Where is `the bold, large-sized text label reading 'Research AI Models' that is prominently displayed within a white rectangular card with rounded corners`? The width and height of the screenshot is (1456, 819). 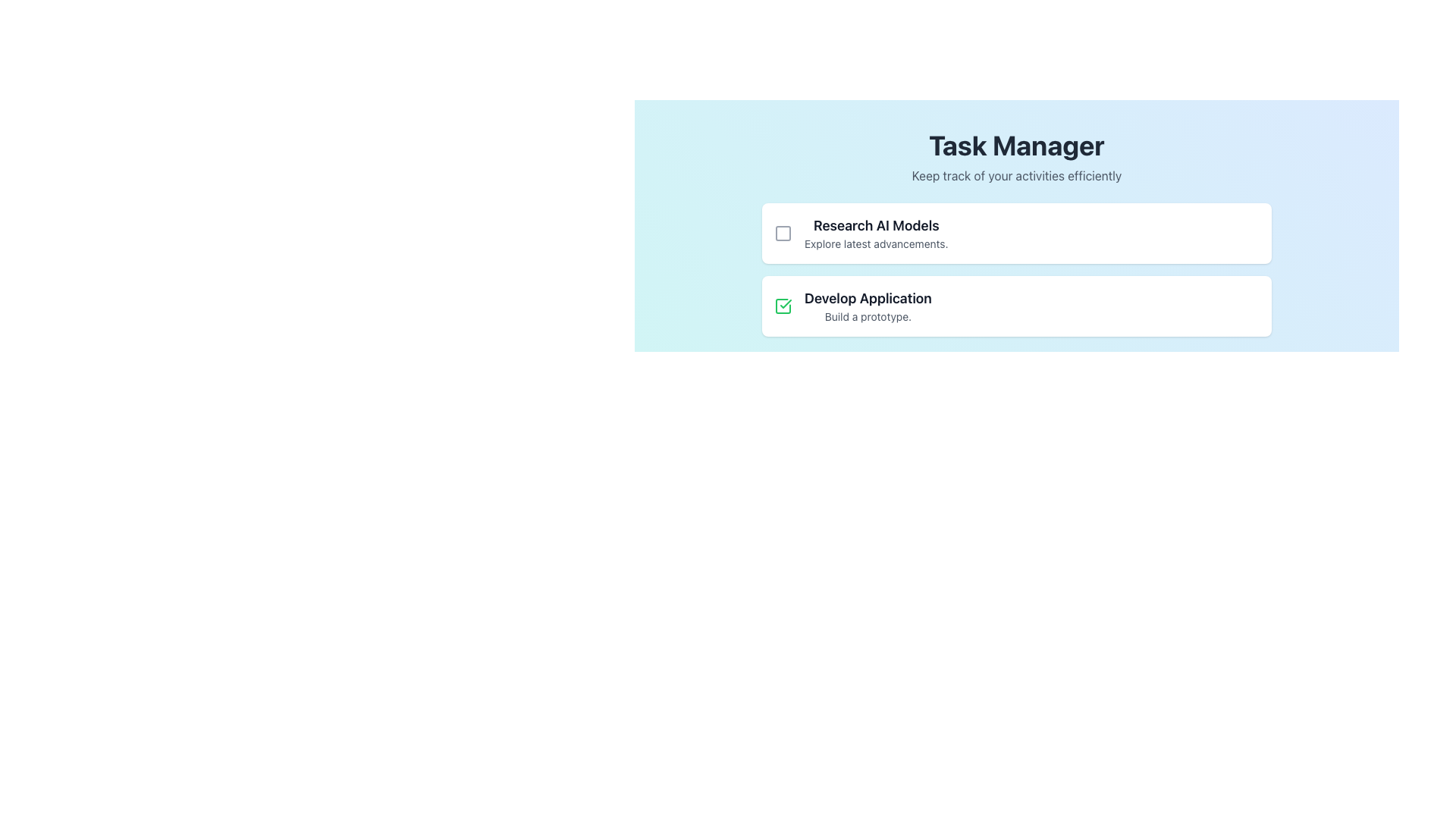
the bold, large-sized text label reading 'Research AI Models' that is prominently displayed within a white rectangular card with rounded corners is located at coordinates (876, 225).